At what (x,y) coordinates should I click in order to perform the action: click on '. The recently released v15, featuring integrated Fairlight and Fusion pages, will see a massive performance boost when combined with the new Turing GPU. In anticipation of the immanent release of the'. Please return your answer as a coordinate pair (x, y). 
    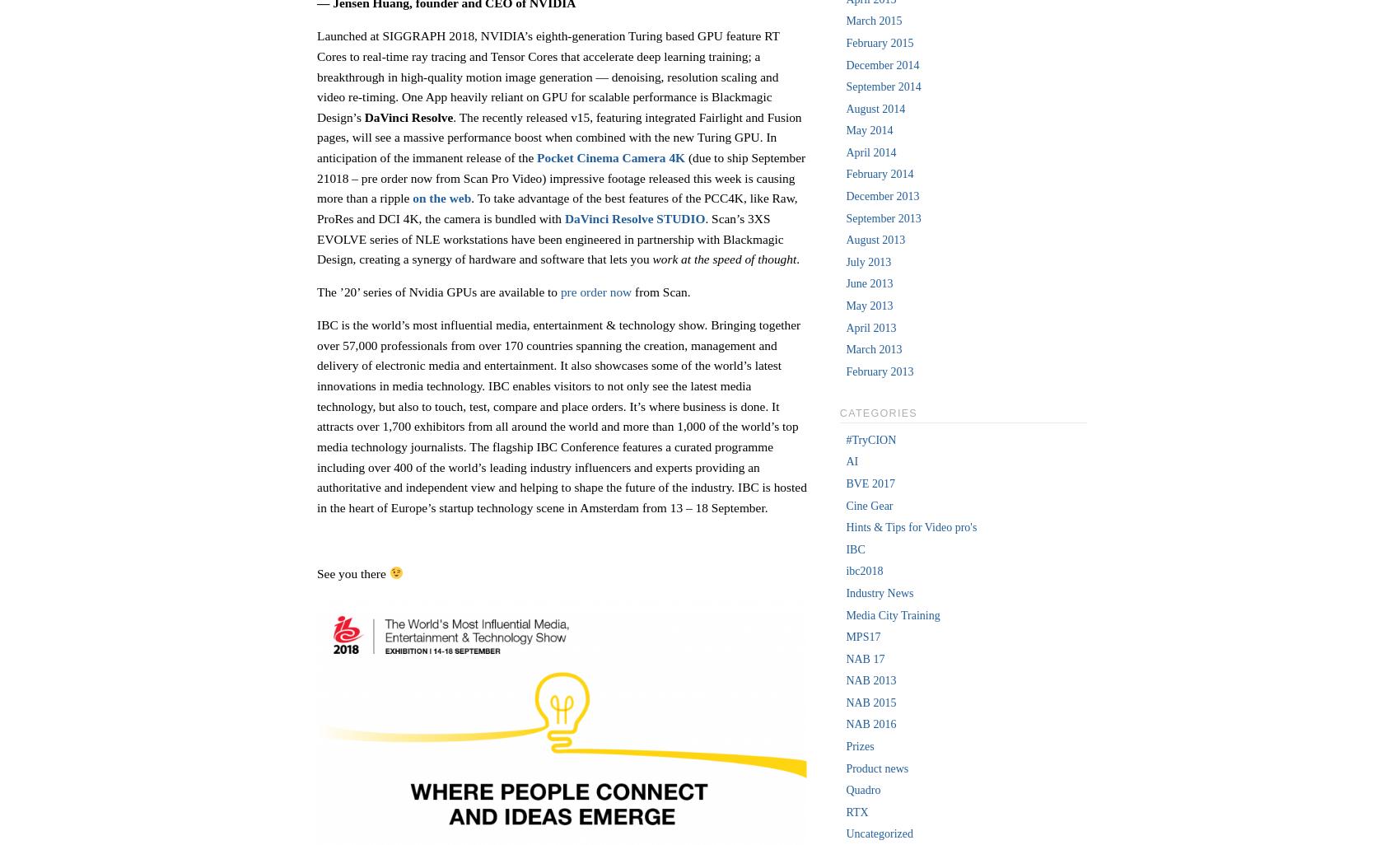
    Looking at the image, I should click on (558, 136).